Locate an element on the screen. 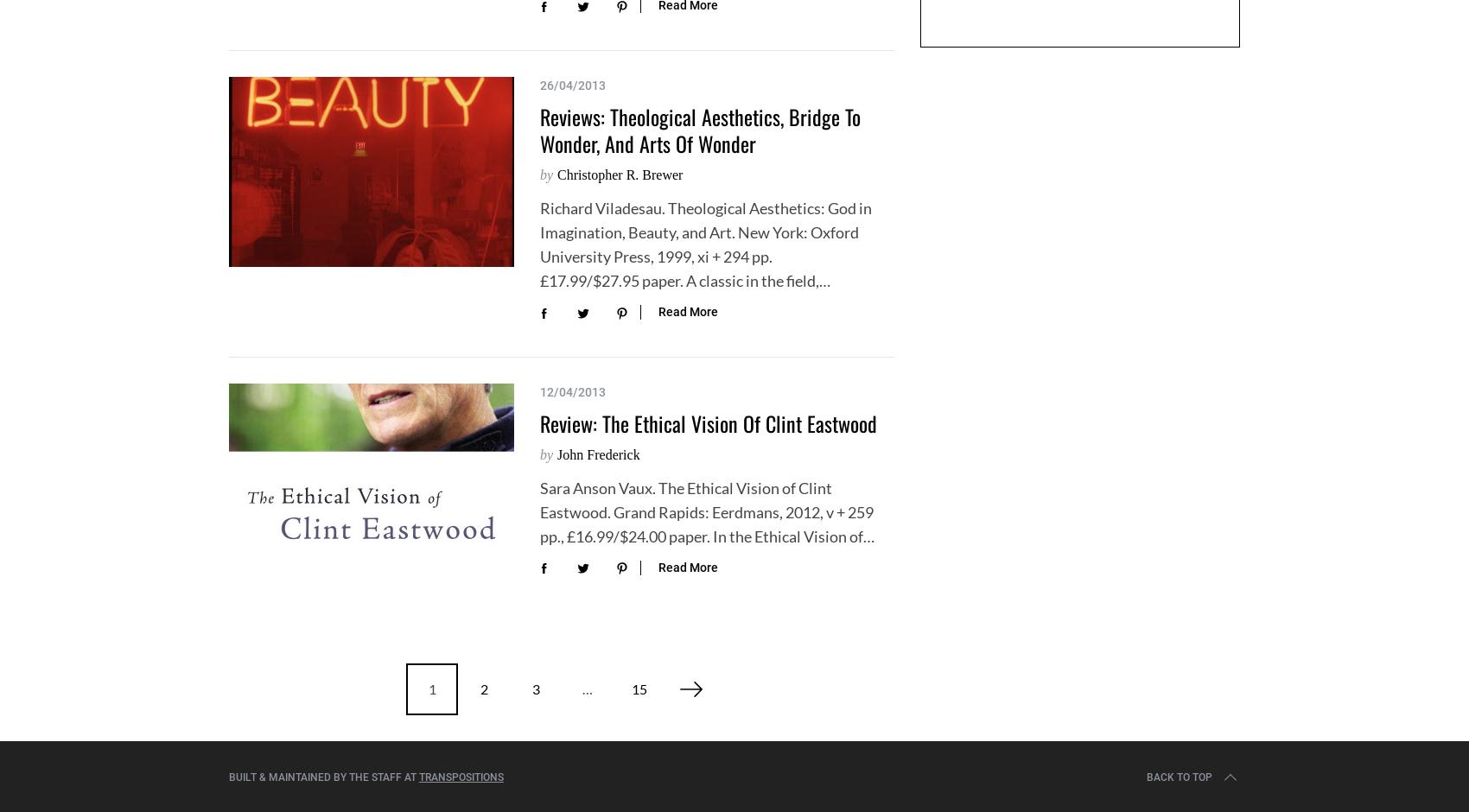 The height and width of the screenshot is (812, 1469). 'Sara Anson Vaux. The Ethical Vision of Clint Eastwood. Grand Rapids: Eerdmans, 2012, v + 259 pp., £16.99/$24.00 paper. In the Ethical Vision of…' is located at coordinates (706, 511).